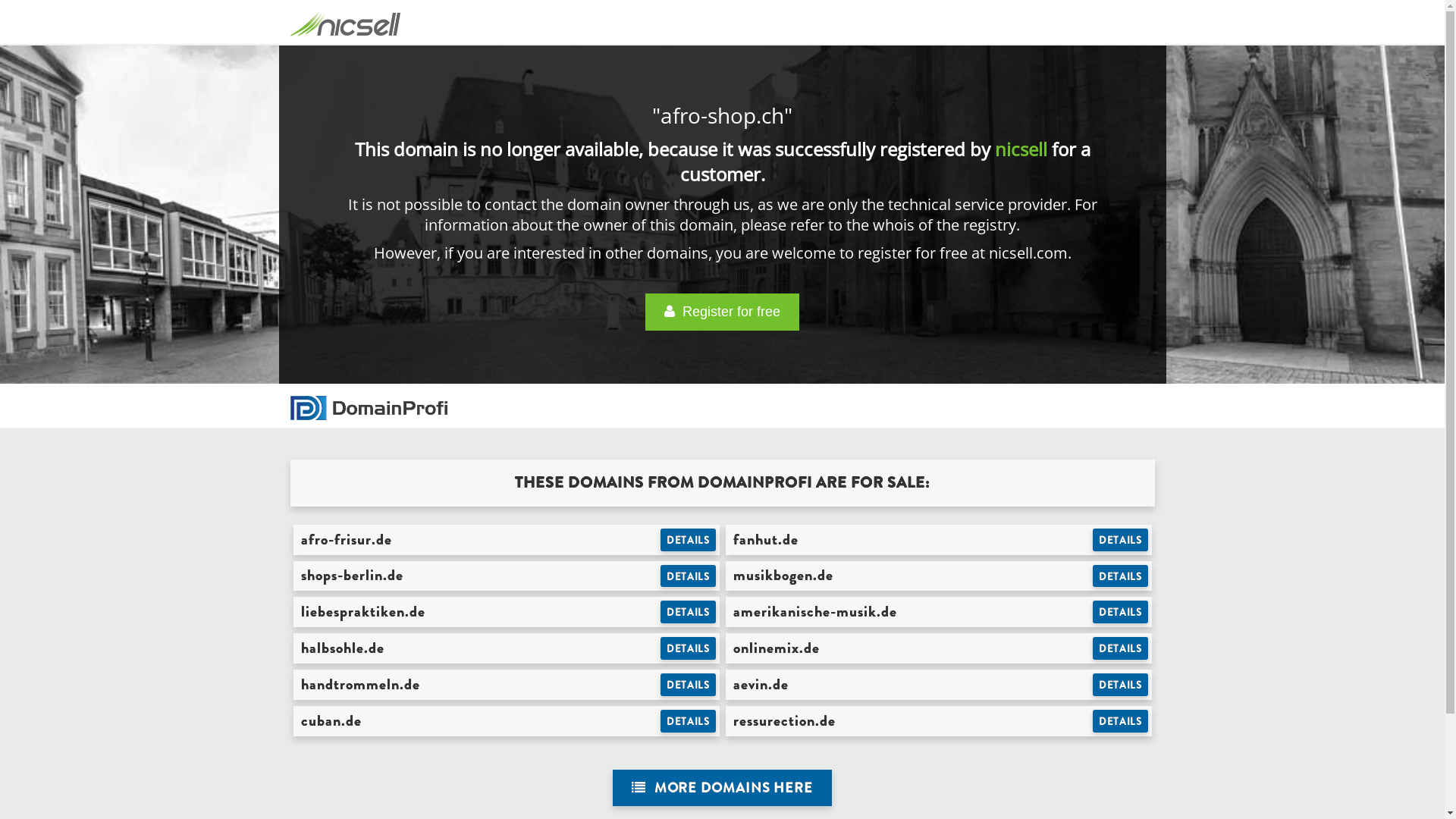  Describe the element at coordinates (687, 684) in the screenshot. I see `'DETAILS'` at that location.